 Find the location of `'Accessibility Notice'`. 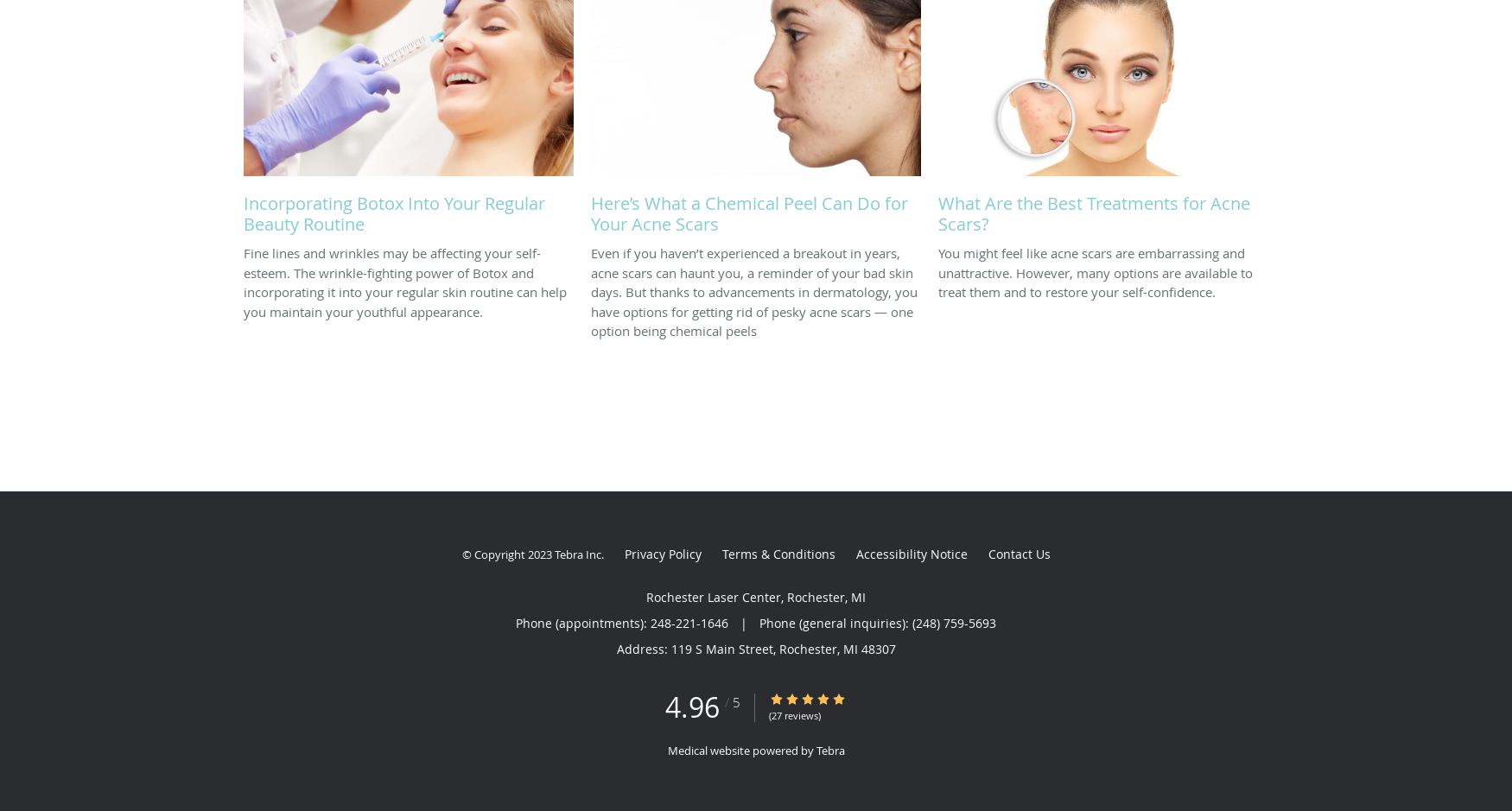

'Accessibility Notice' is located at coordinates (910, 553).